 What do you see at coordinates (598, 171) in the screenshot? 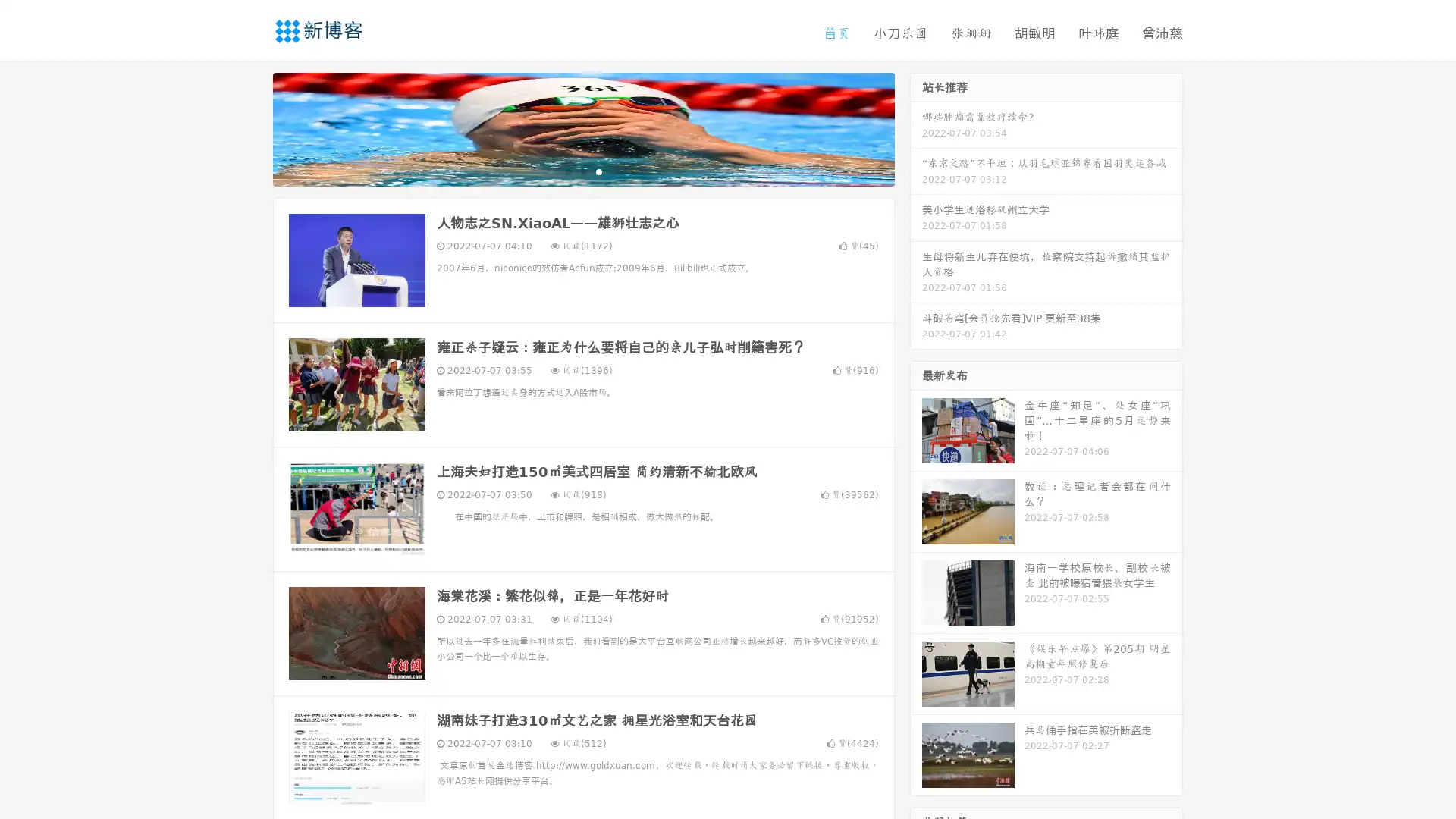
I see `Go to slide 3` at bounding box center [598, 171].